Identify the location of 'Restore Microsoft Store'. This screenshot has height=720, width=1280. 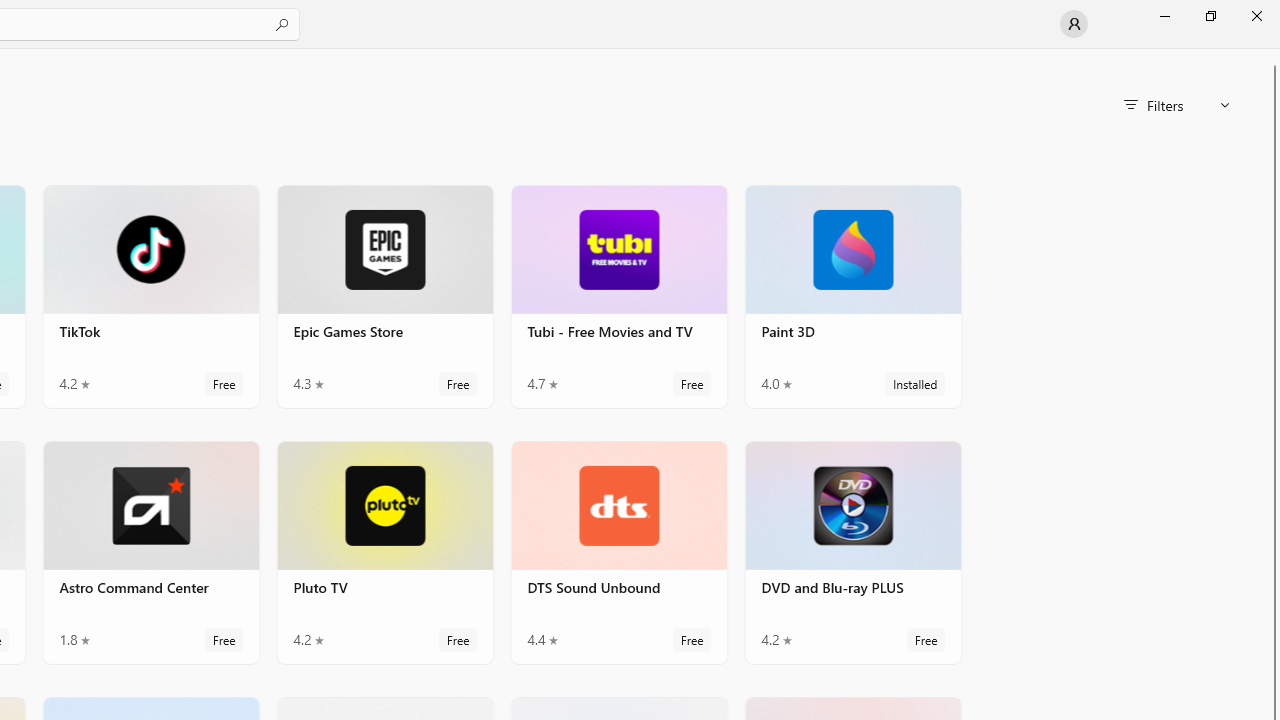
(1209, 15).